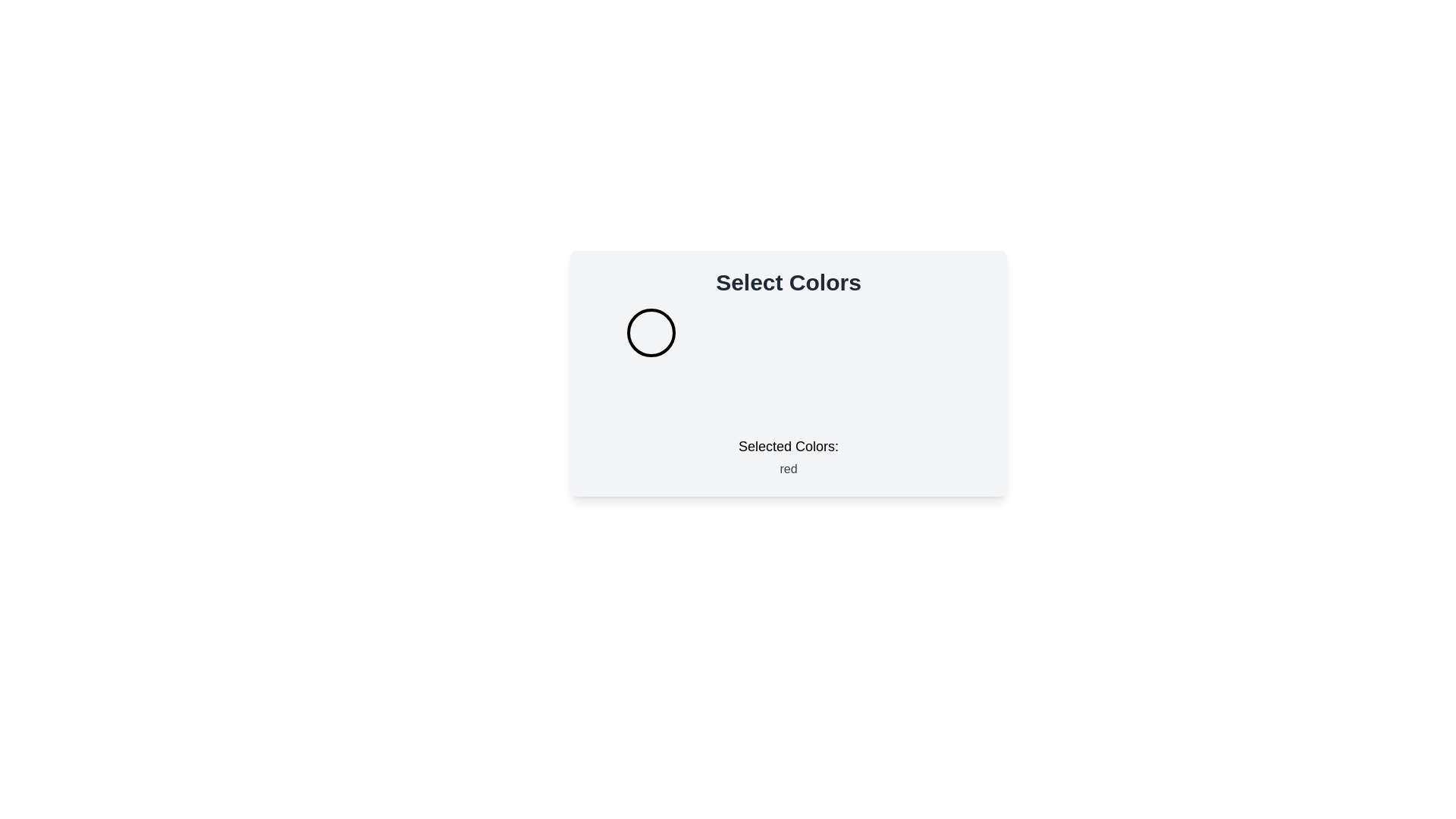  What do you see at coordinates (789, 468) in the screenshot?
I see `the Text Display element that shows the selected color name 'red', which is located below the label 'Selected Colors:' in the lower portion of the card` at bounding box center [789, 468].